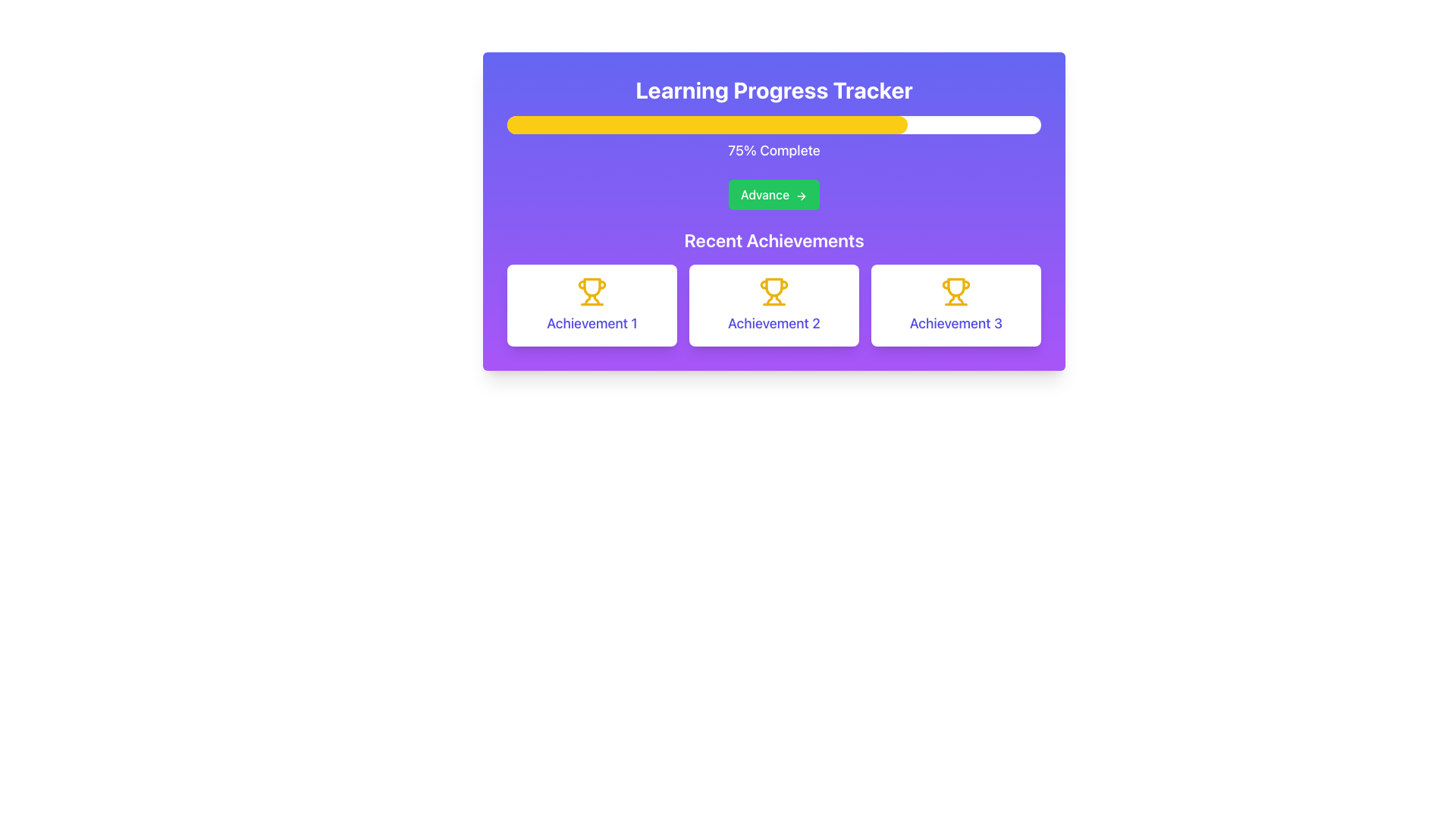 The width and height of the screenshot is (1456, 819). I want to click on the navigation button located below the '75% Complete' progress indicator to proceed to the next step in the onboarding process, so click(774, 194).